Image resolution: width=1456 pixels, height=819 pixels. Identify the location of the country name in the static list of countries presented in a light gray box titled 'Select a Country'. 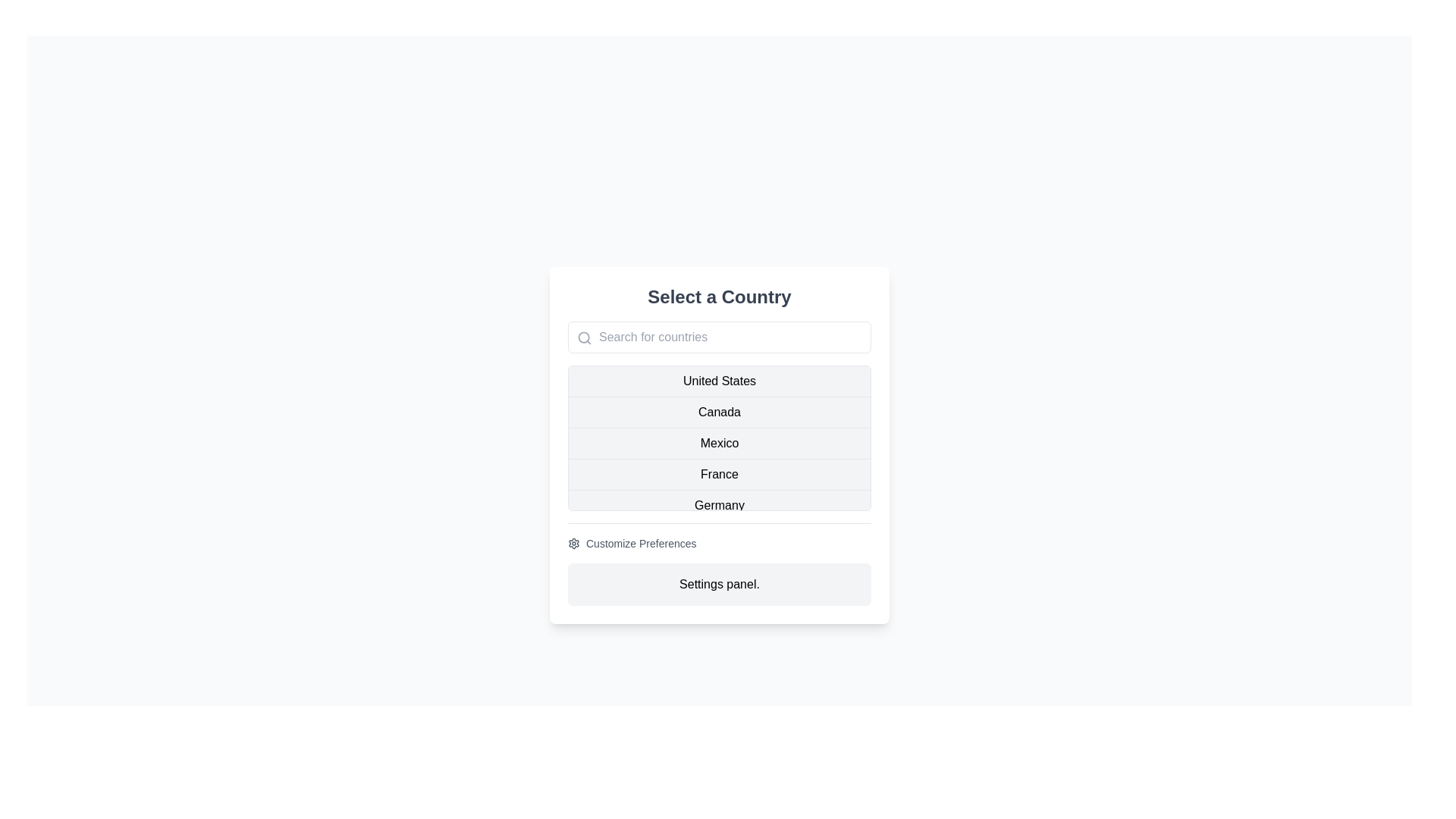
(719, 438).